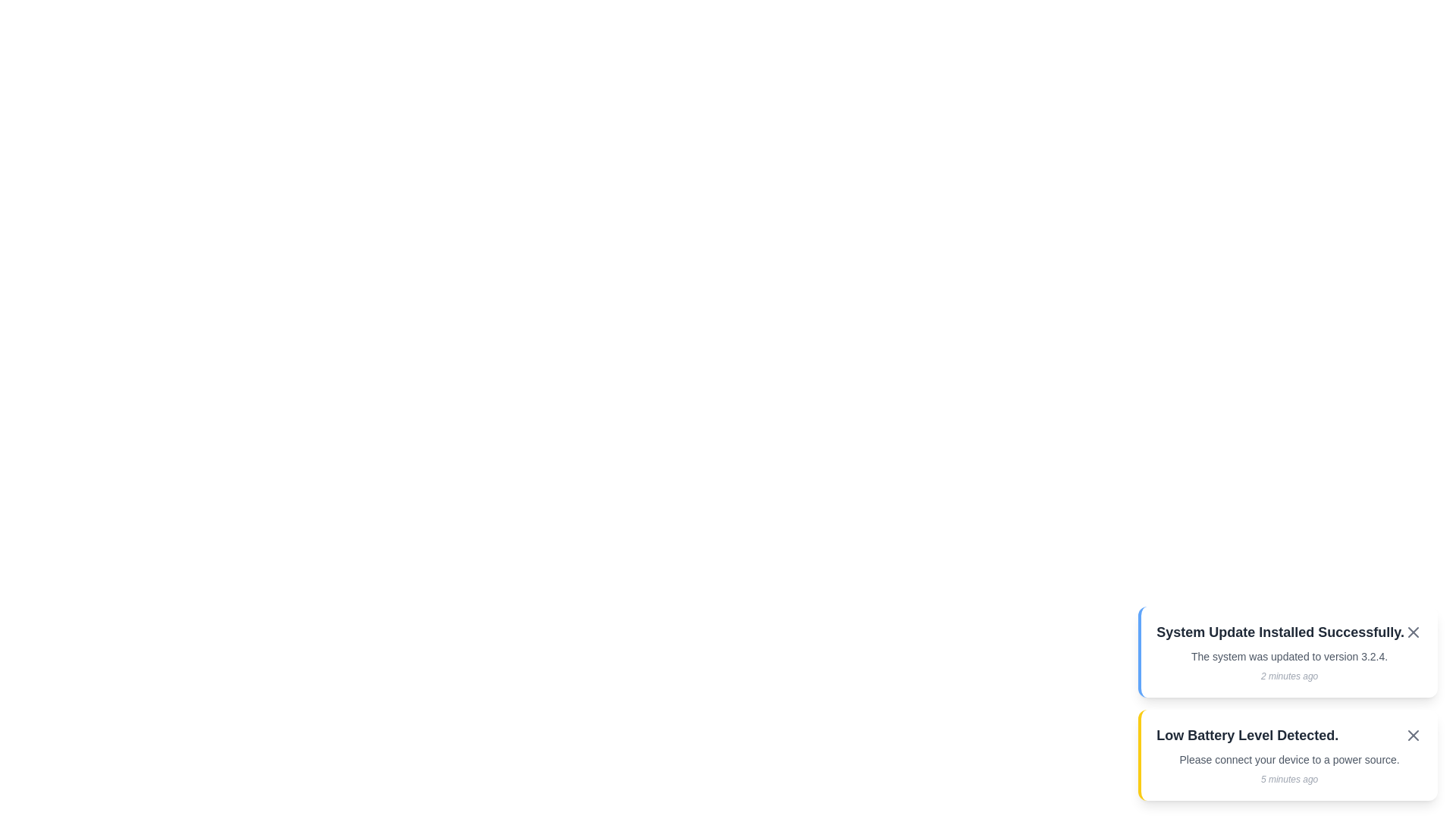 This screenshot has height=819, width=1456. I want to click on the close button of the notification to dismiss it, so click(1412, 632).